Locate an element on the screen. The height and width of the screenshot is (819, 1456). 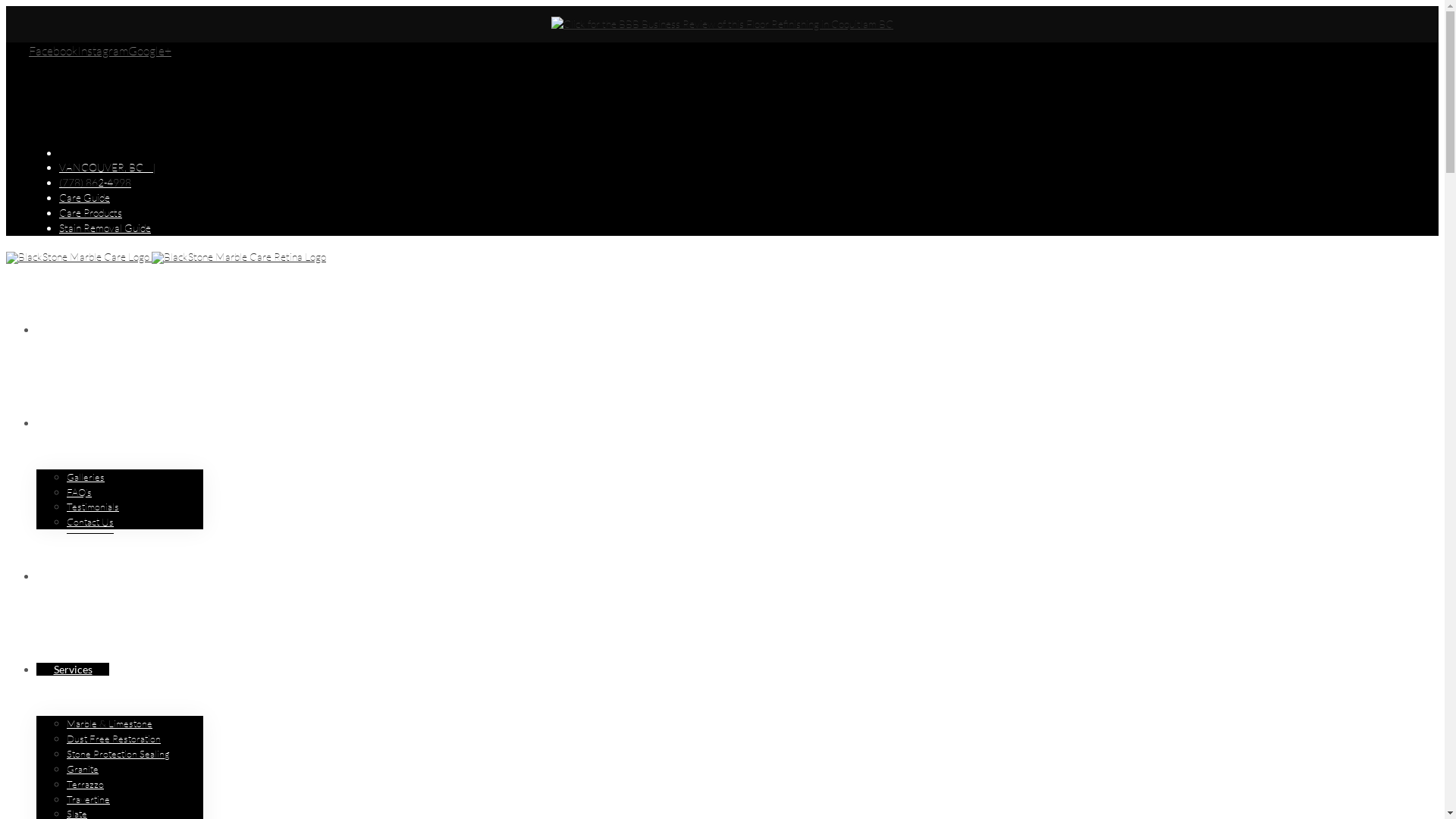
'Granite' is located at coordinates (82, 769).